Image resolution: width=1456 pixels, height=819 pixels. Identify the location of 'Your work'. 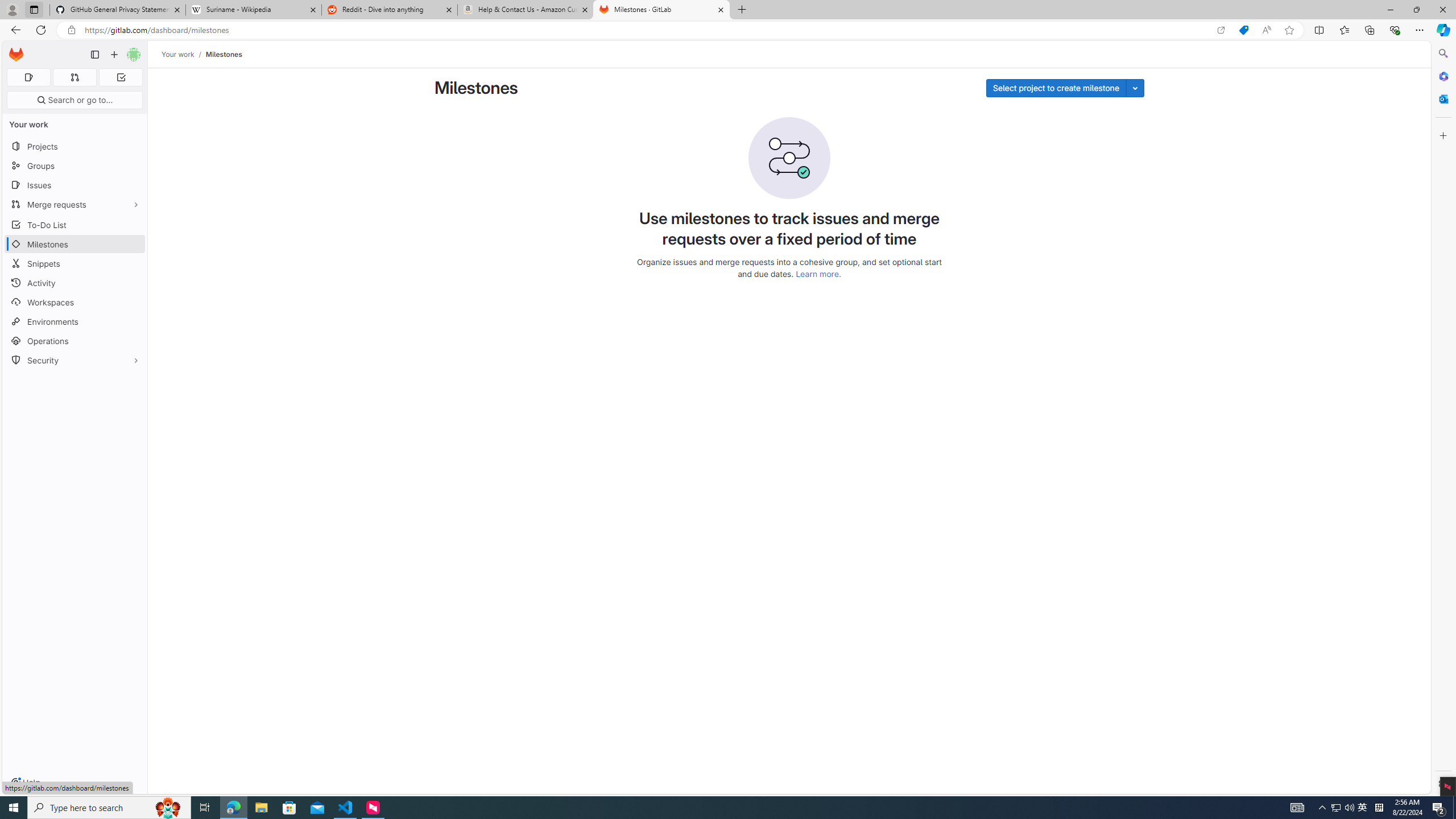
(178, 54).